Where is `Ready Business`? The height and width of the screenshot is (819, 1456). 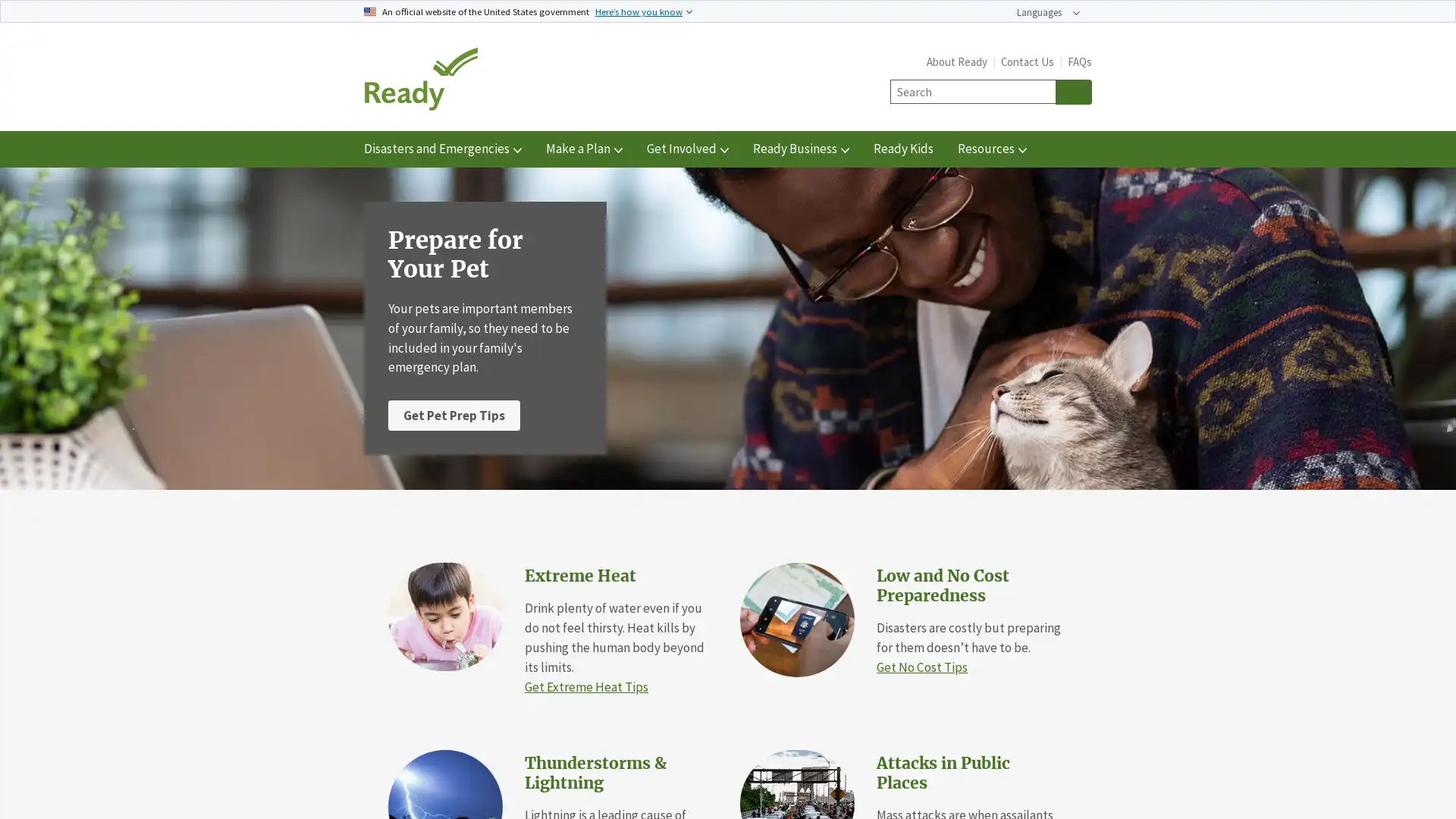 Ready Business is located at coordinates (800, 149).